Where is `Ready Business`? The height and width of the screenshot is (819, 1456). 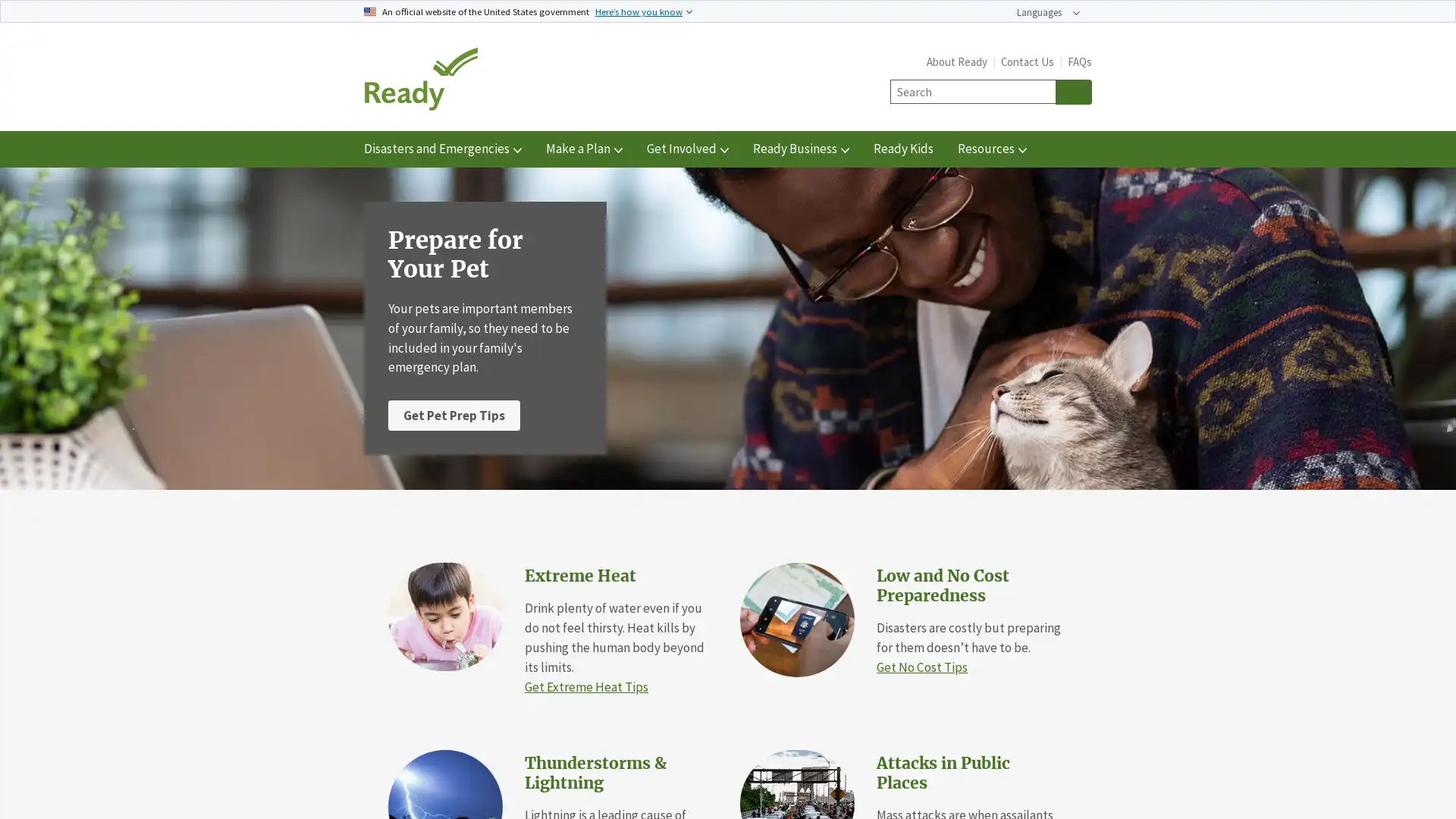 Ready Business is located at coordinates (800, 149).